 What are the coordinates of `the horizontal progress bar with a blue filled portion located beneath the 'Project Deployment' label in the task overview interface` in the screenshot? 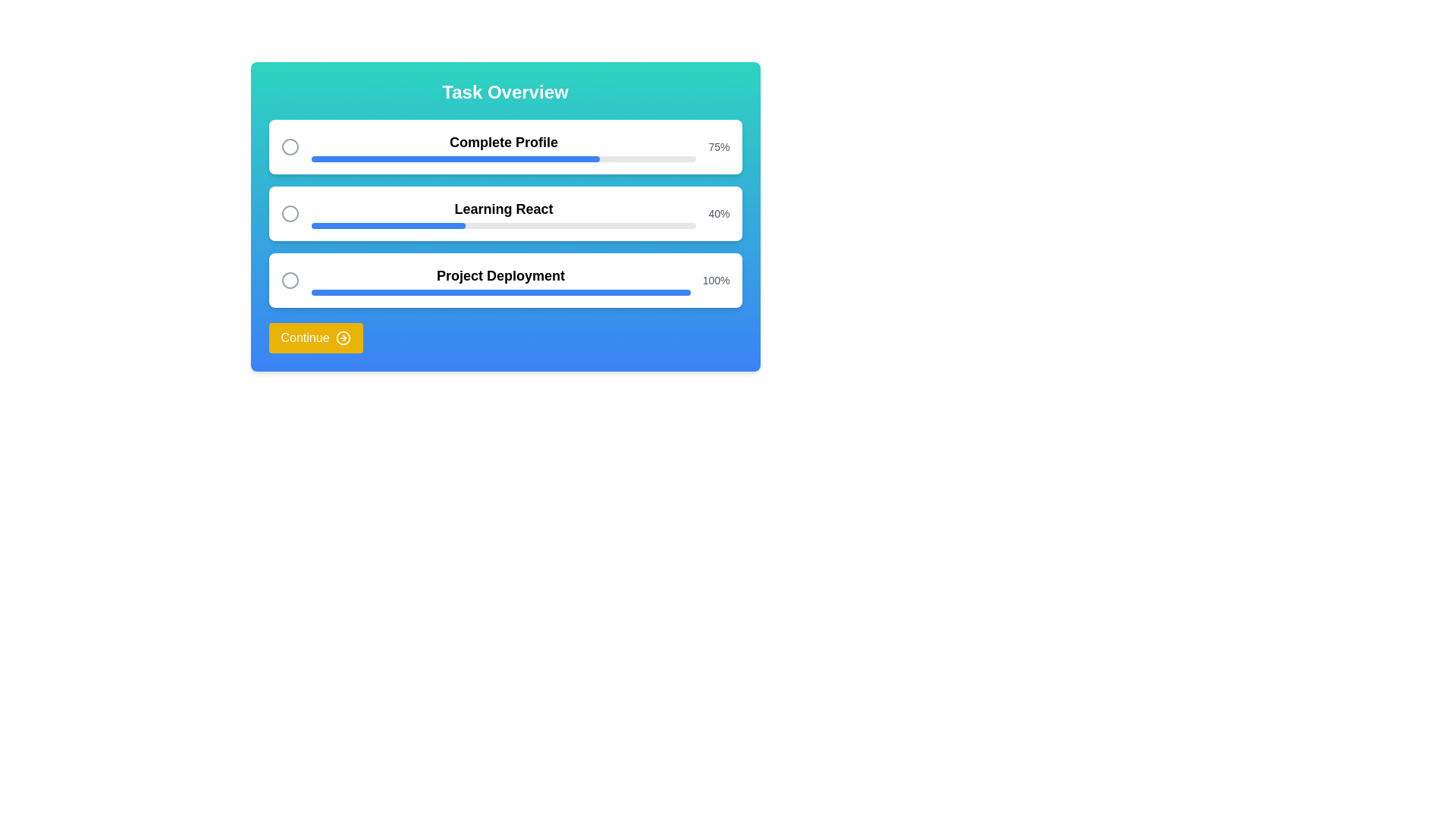 It's located at (500, 292).